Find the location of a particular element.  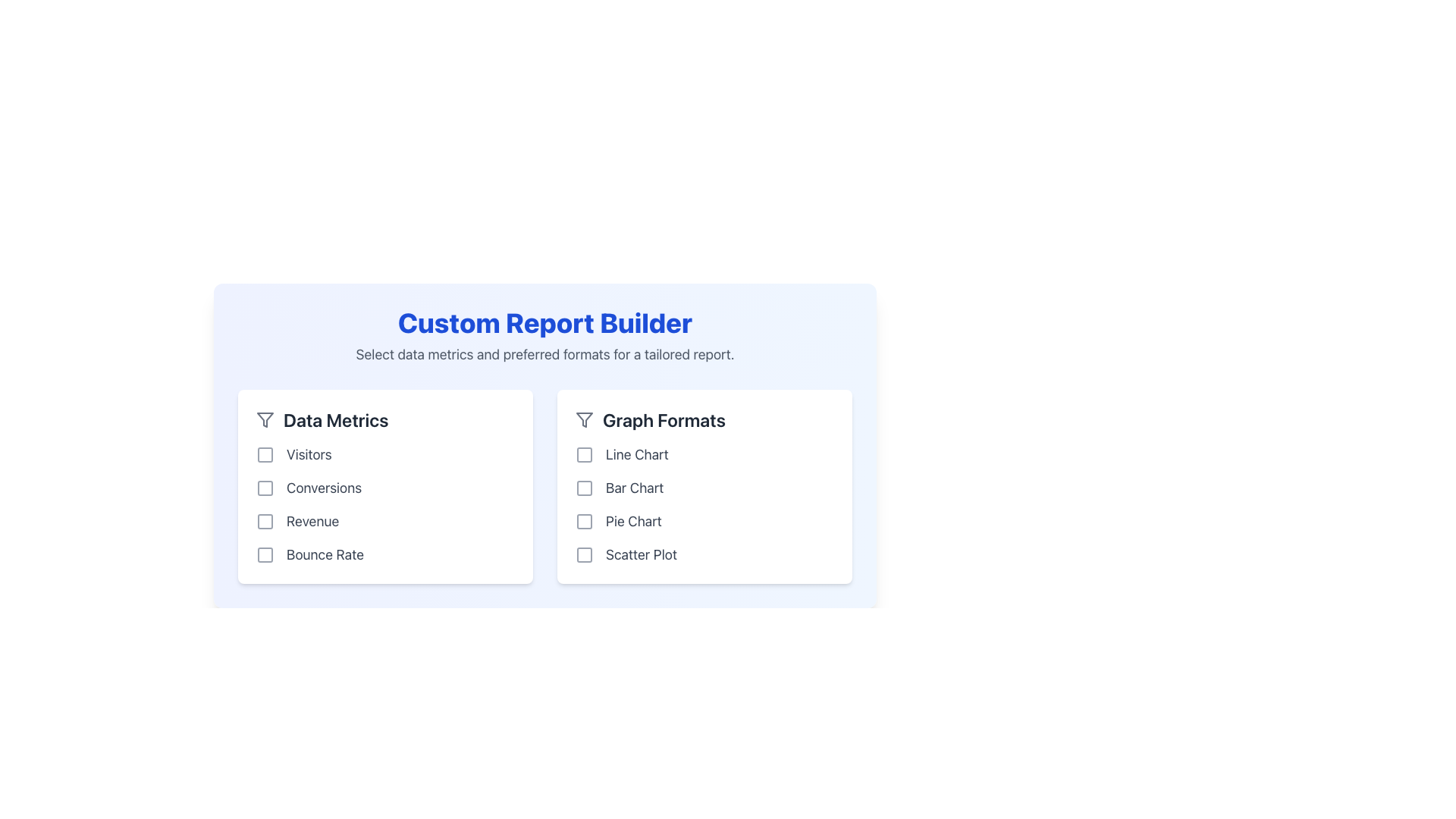

the small funnel icon with a gray outline located as the leftmost component within the 'Graph Formats' section header is located at coordinates (584, 420).